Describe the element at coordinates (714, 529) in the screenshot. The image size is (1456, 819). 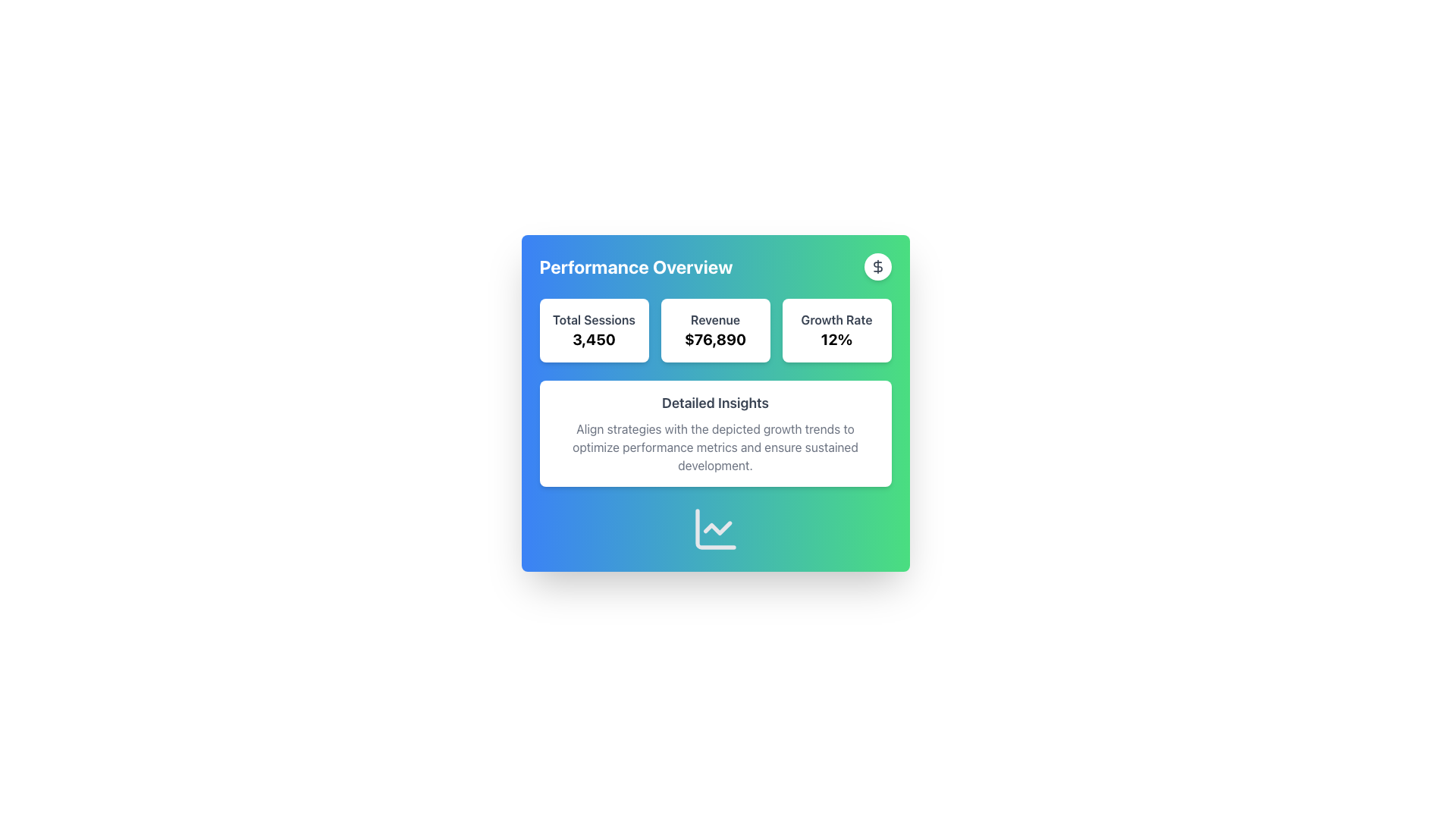
I see `the SVG icon that represents a data chart or graph, located underneath the 'Detailed Insights' section, centered within the card layout` at that location.